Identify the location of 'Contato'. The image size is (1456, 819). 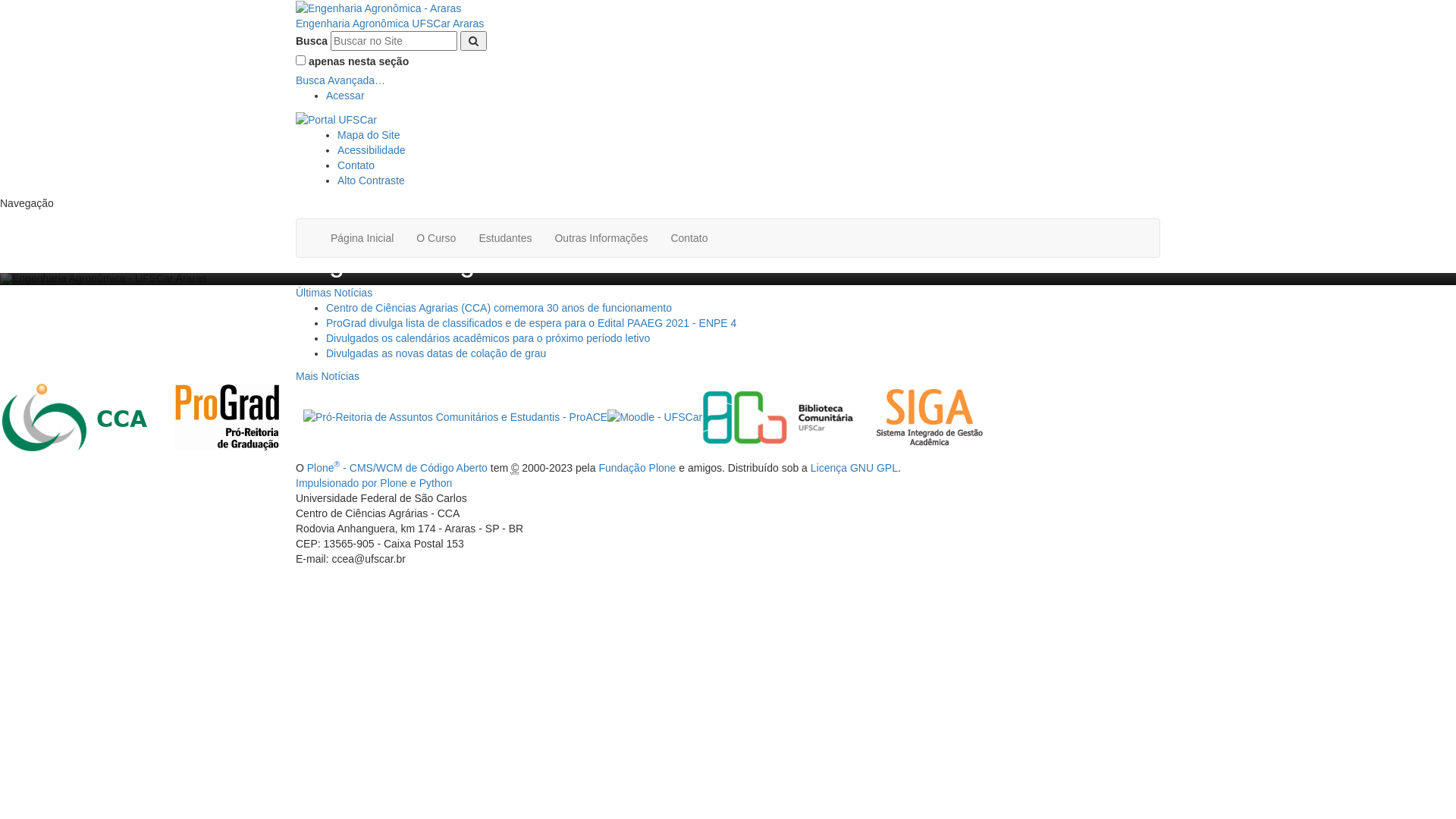
(688, 237).